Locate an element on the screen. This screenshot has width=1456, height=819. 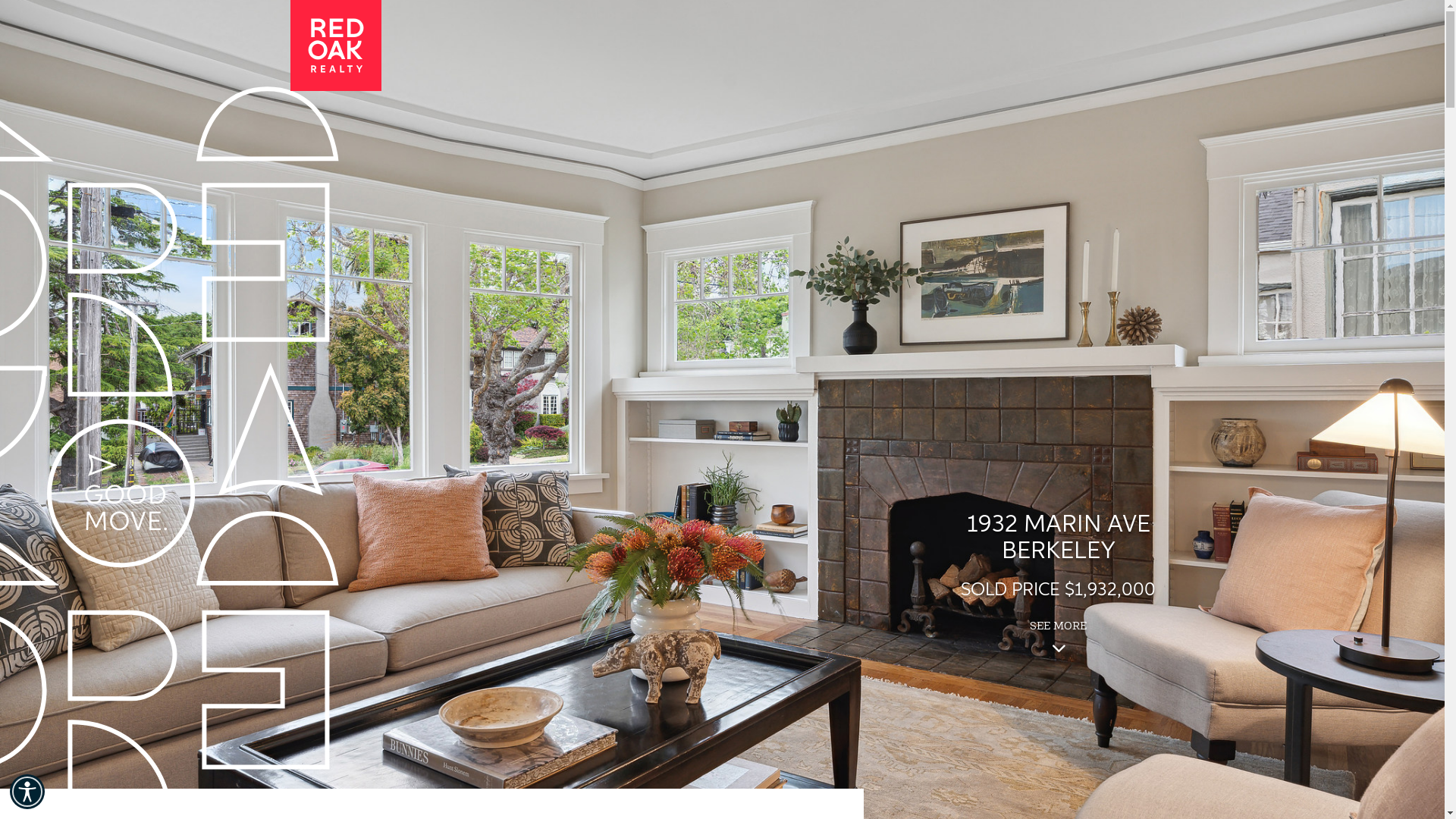
'SEE MORE' is located at coordinates (1030, 626).